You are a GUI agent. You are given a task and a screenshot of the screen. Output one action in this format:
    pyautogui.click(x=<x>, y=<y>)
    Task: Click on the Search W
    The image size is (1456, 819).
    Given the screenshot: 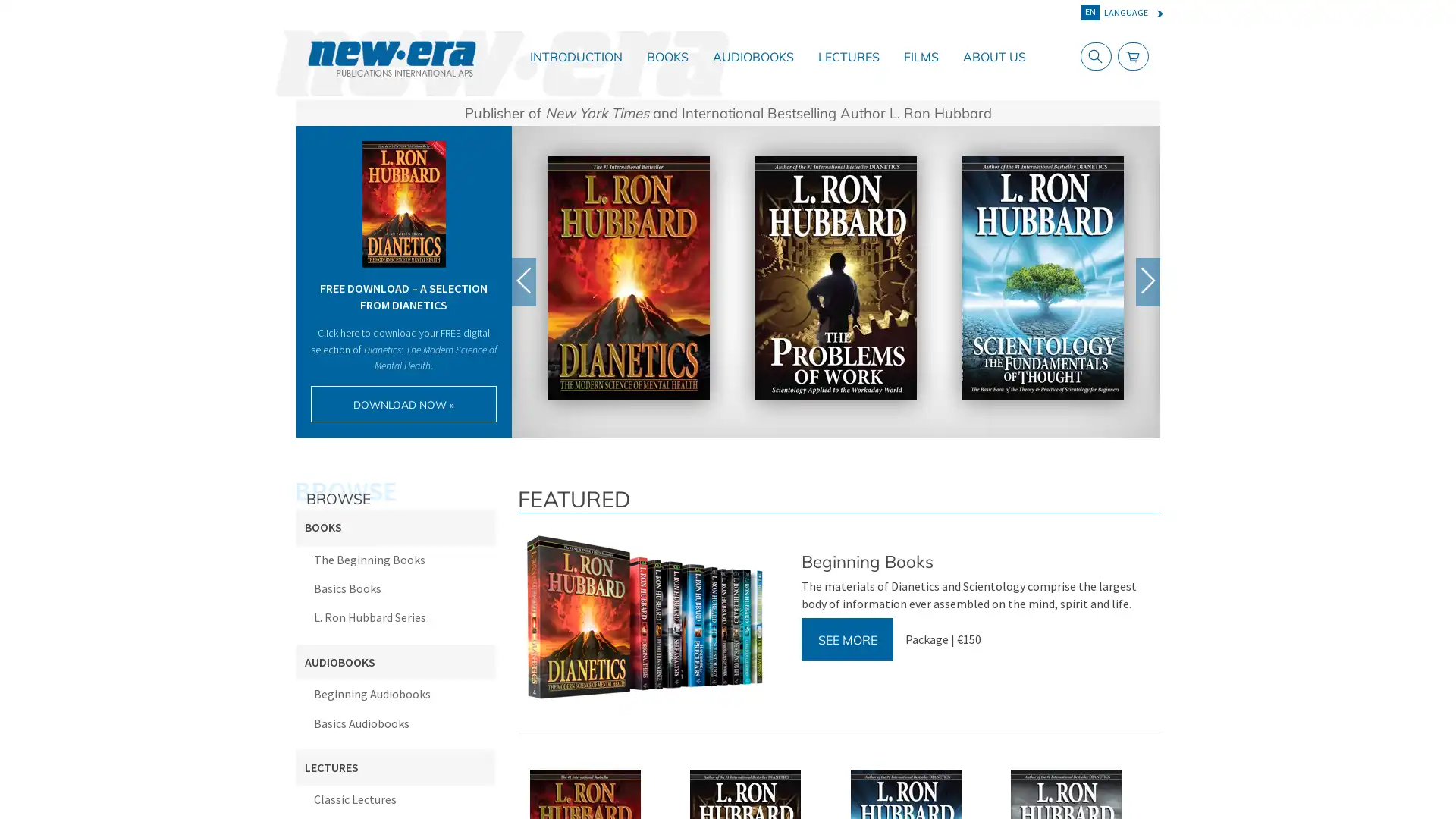 What is the action you would take?
    pyautogui.click(x=1092, y=55)
    